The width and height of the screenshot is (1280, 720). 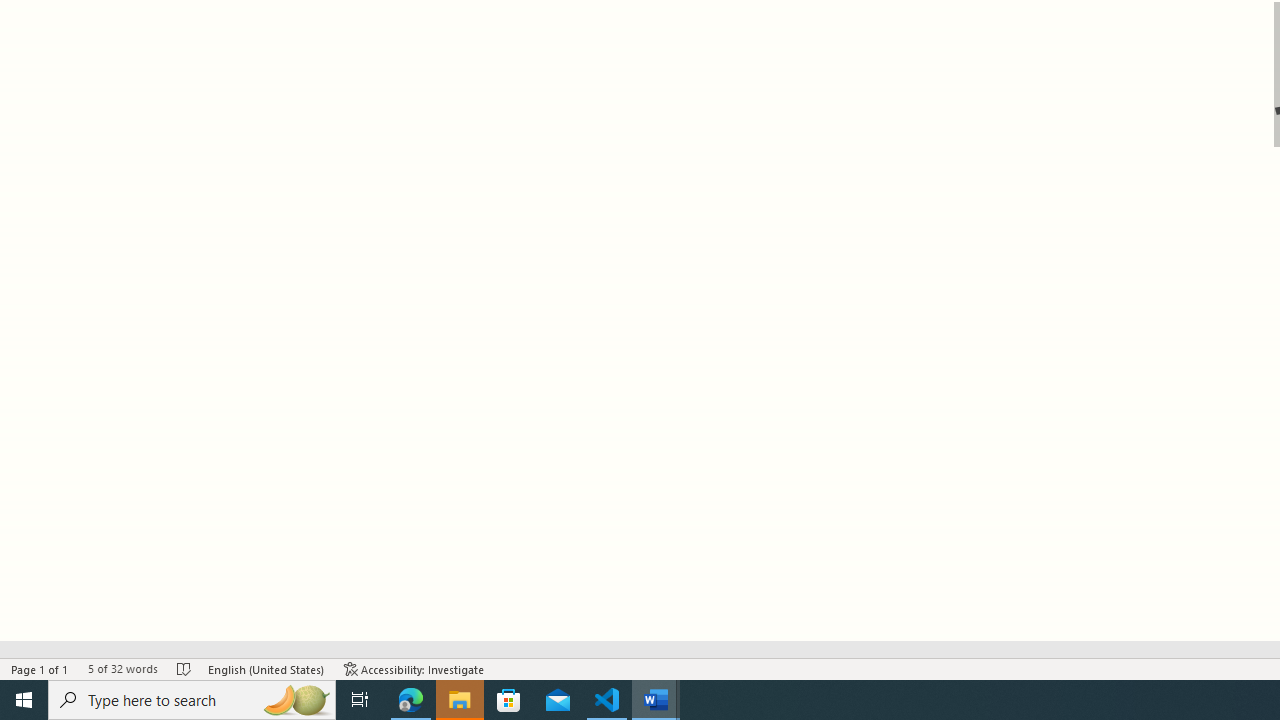 What do you see at coordinates (413, 669) in the screenshot?
I see `'Accessibility Checker Accessibility: Investigate'` at bounding box center [413, 669].